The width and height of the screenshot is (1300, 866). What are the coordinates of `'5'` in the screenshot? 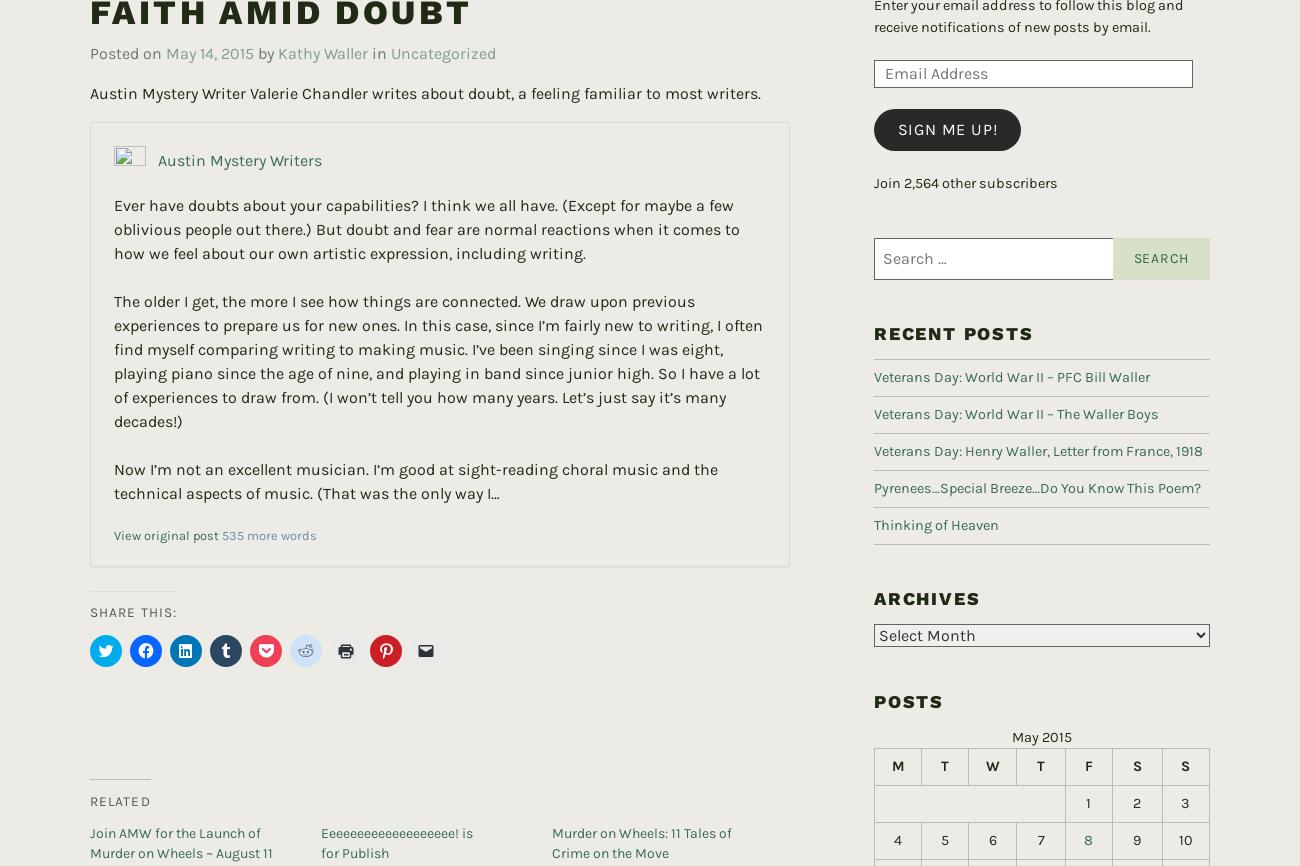 It's located at (944, 807).